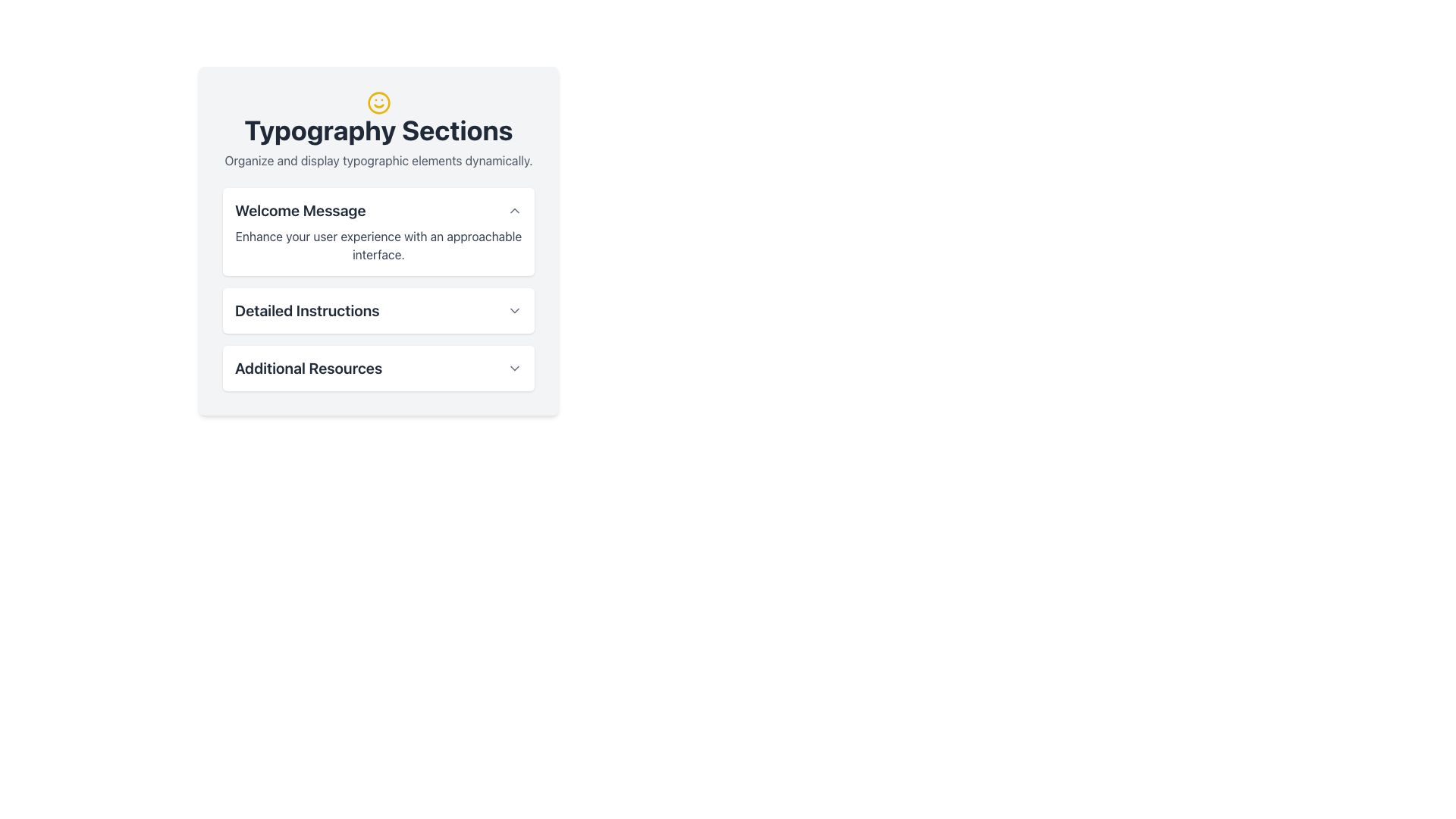  I want to click on the upward-pointing gray chevron icon located in the upper-right corner of the 'Welcome Message' header, so click(514, 210).